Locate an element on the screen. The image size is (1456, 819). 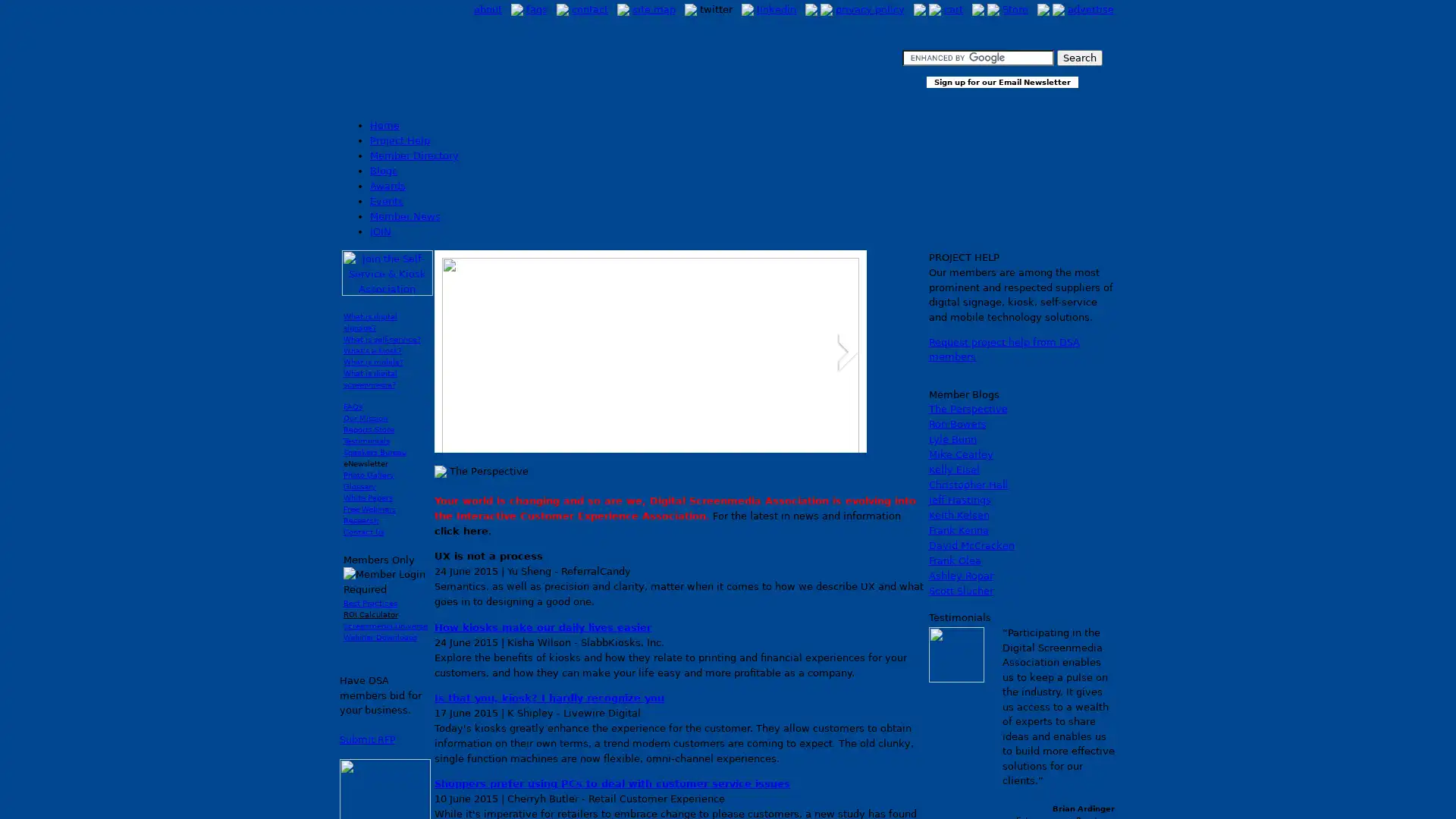
Search is located at coordinates (1078, 57).